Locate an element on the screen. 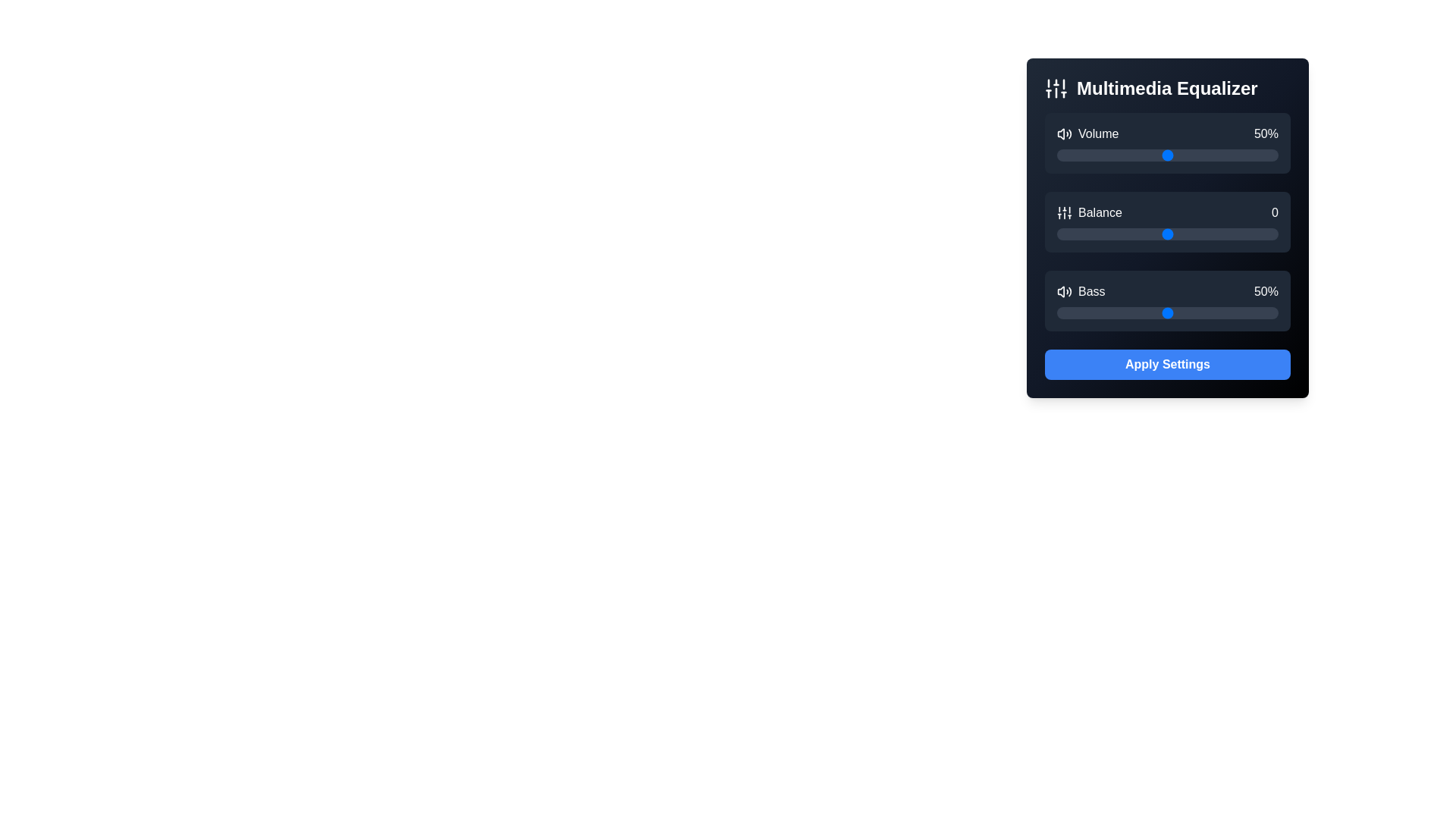  the volume level is located at coordinates (1187, 155).